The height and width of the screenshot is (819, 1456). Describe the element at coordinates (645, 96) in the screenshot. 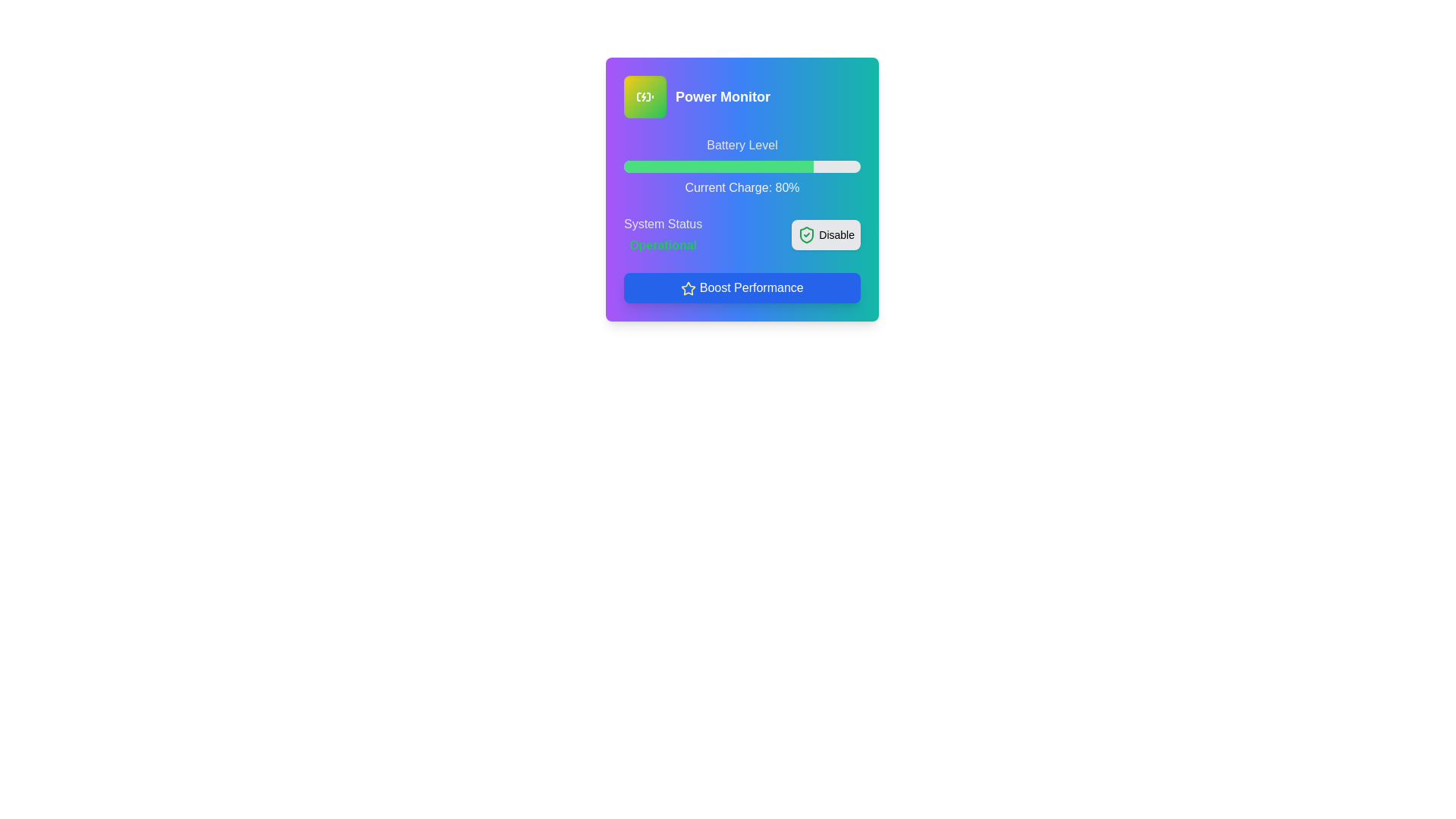

I see `the 'Power Monitor' icon box located at the top left of the 'Power Monitor' section` at that location.